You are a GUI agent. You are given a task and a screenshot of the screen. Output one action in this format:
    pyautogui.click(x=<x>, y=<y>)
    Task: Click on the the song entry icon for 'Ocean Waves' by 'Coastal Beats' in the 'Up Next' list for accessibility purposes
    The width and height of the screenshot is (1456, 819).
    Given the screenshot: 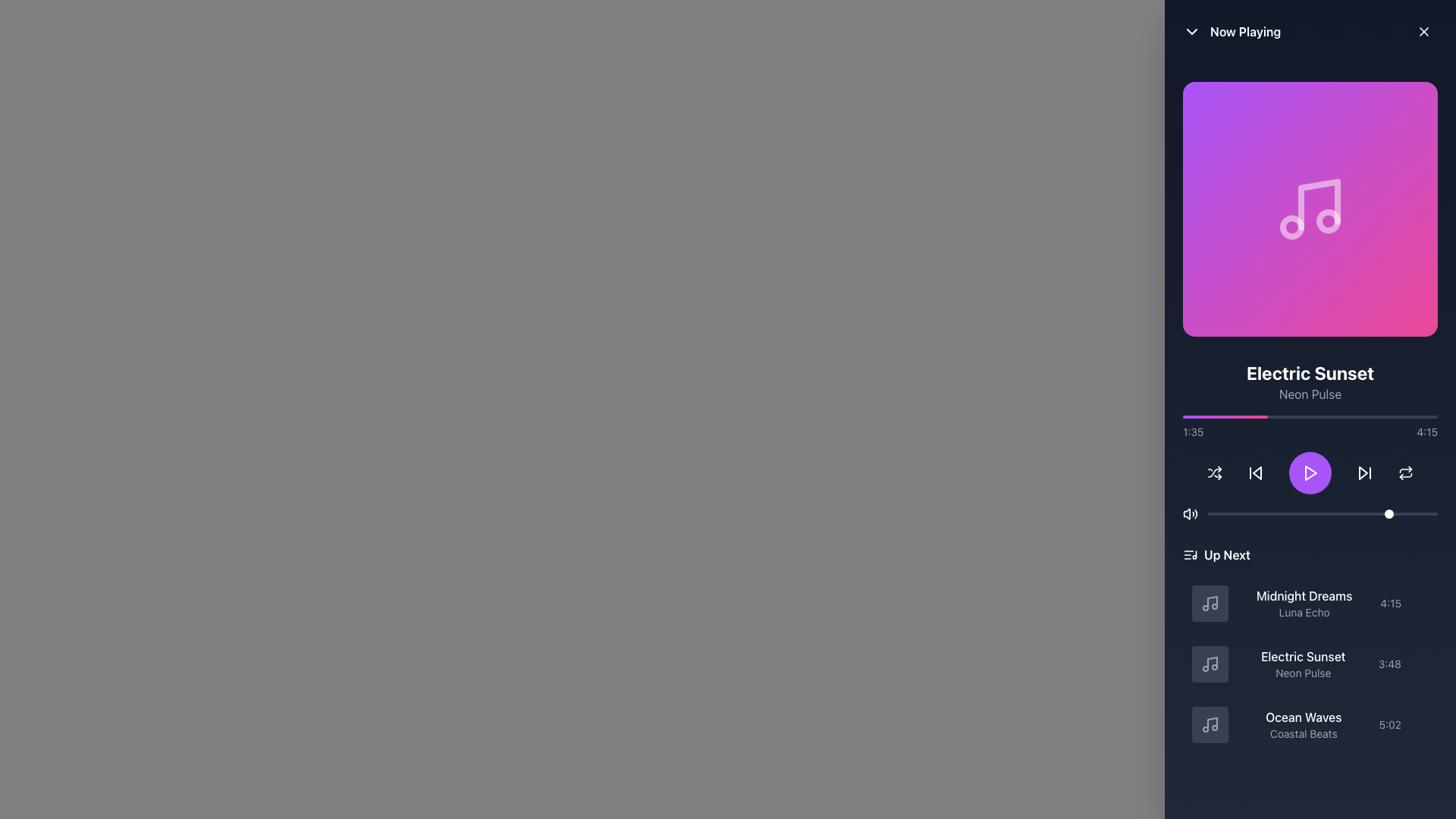 What is the action you would take?
    pyautogui.click(x=1211, y=723)
    